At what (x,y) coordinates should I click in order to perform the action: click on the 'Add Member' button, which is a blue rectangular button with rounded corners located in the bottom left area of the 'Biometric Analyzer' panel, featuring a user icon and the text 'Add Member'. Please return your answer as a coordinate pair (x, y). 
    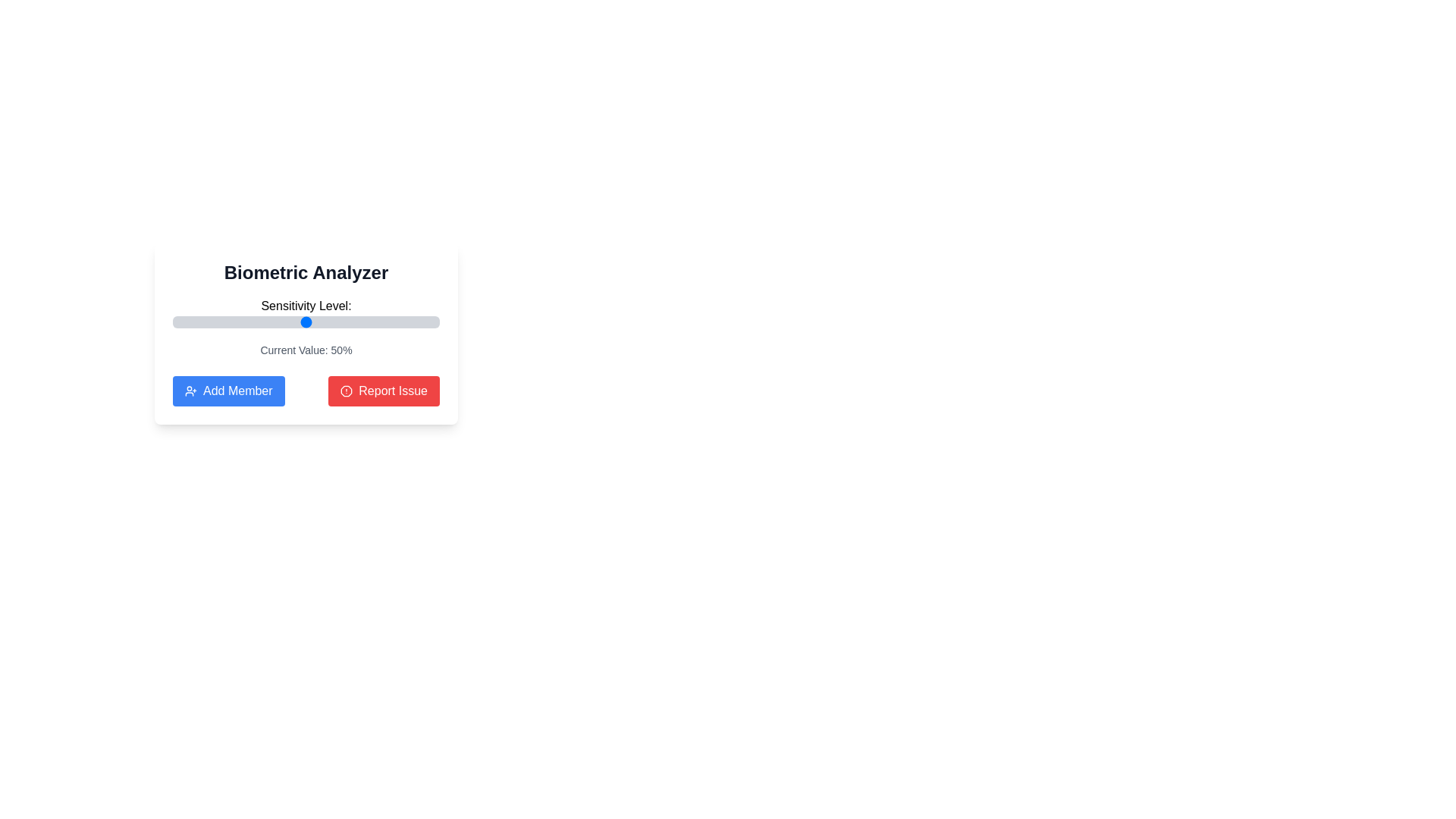
    Looking at the image, I should click on (227, 391).